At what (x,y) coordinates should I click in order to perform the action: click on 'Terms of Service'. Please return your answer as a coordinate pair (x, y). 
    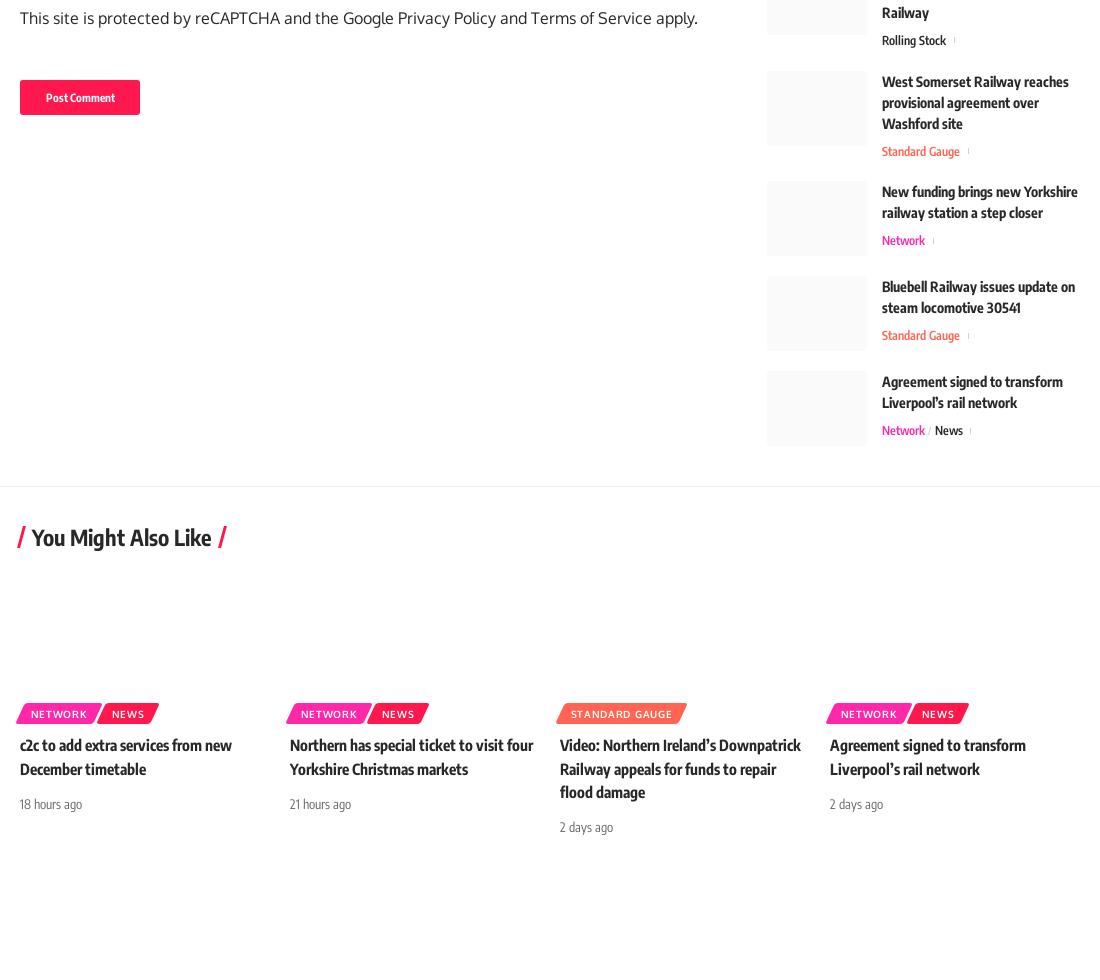
    Looking at the image, I should click on (590, 45).